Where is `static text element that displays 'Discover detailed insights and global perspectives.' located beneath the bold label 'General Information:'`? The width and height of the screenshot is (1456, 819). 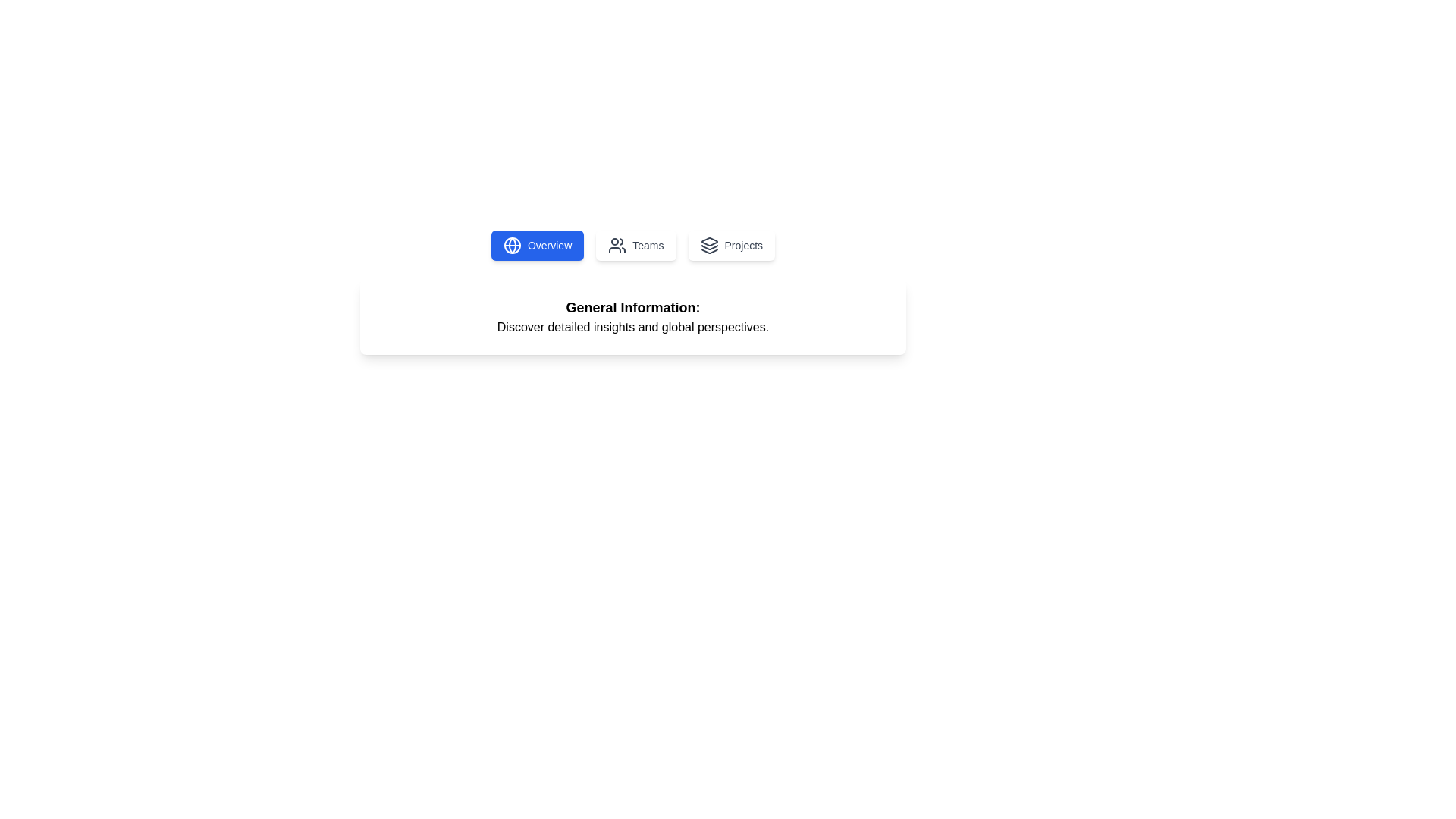
static text element that displays 'Discover detailed insights and global perspectives.' located beneath the bold label 'General Information:' is located at coordinates (633, 327).